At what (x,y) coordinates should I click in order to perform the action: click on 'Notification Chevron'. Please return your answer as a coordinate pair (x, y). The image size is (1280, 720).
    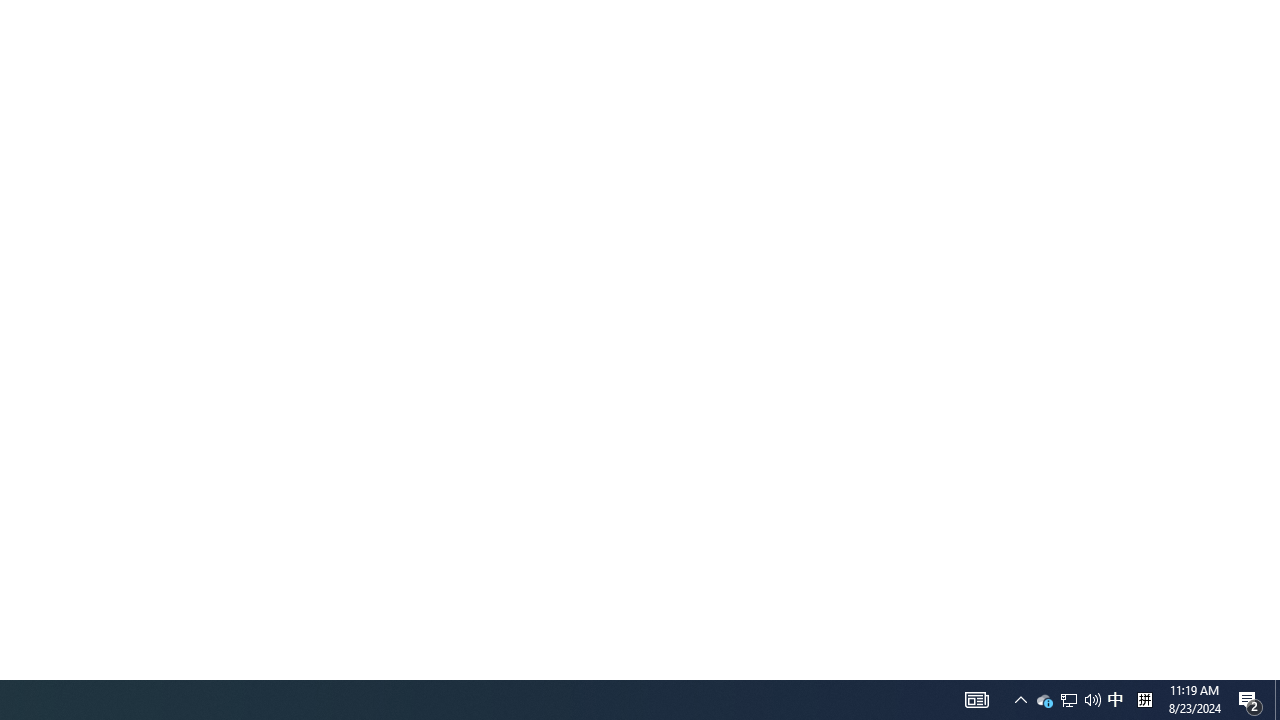
    Looking at the image, I should click on (977, 698).